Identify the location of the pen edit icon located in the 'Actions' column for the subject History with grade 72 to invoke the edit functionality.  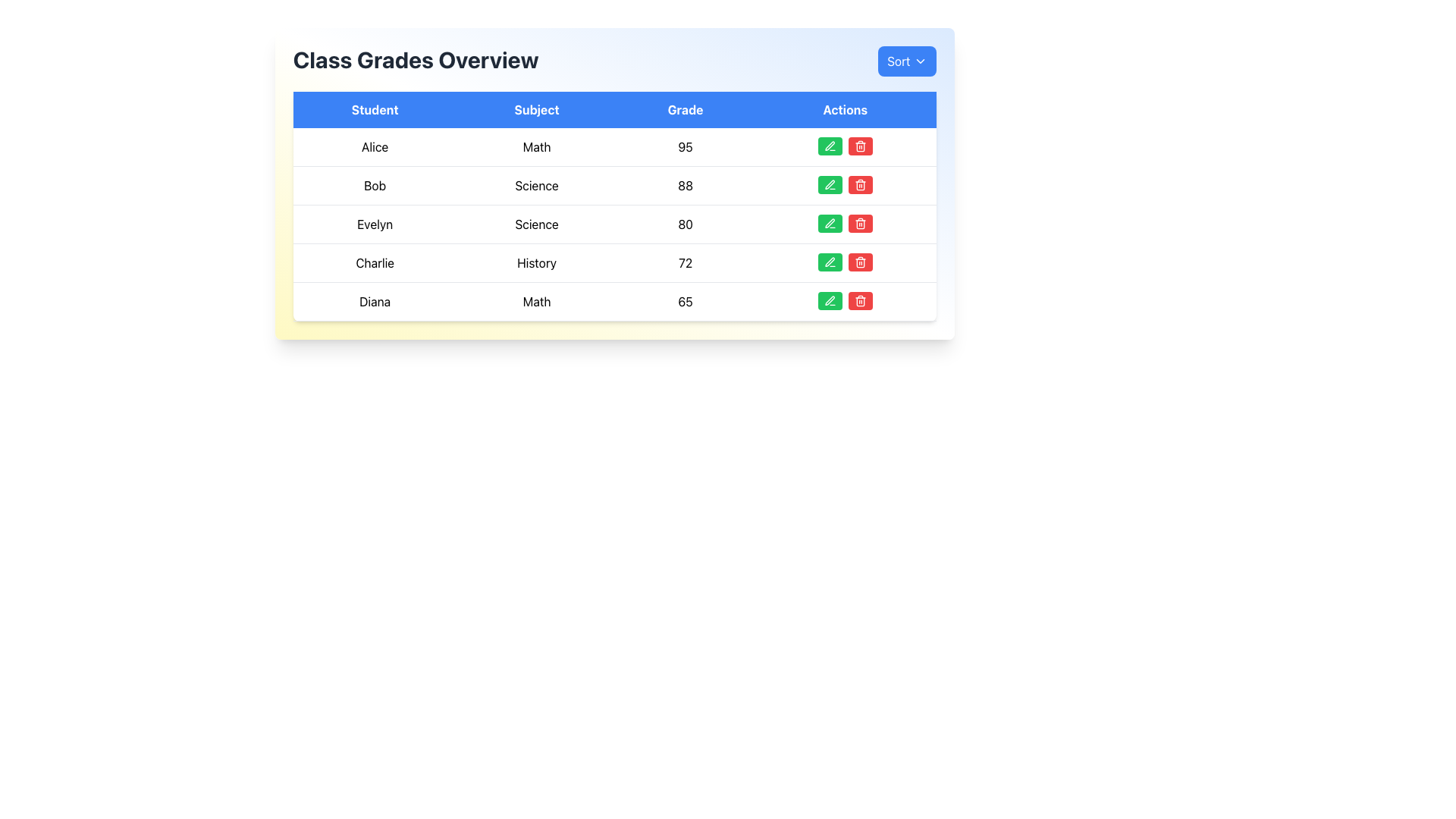
(829, 260).